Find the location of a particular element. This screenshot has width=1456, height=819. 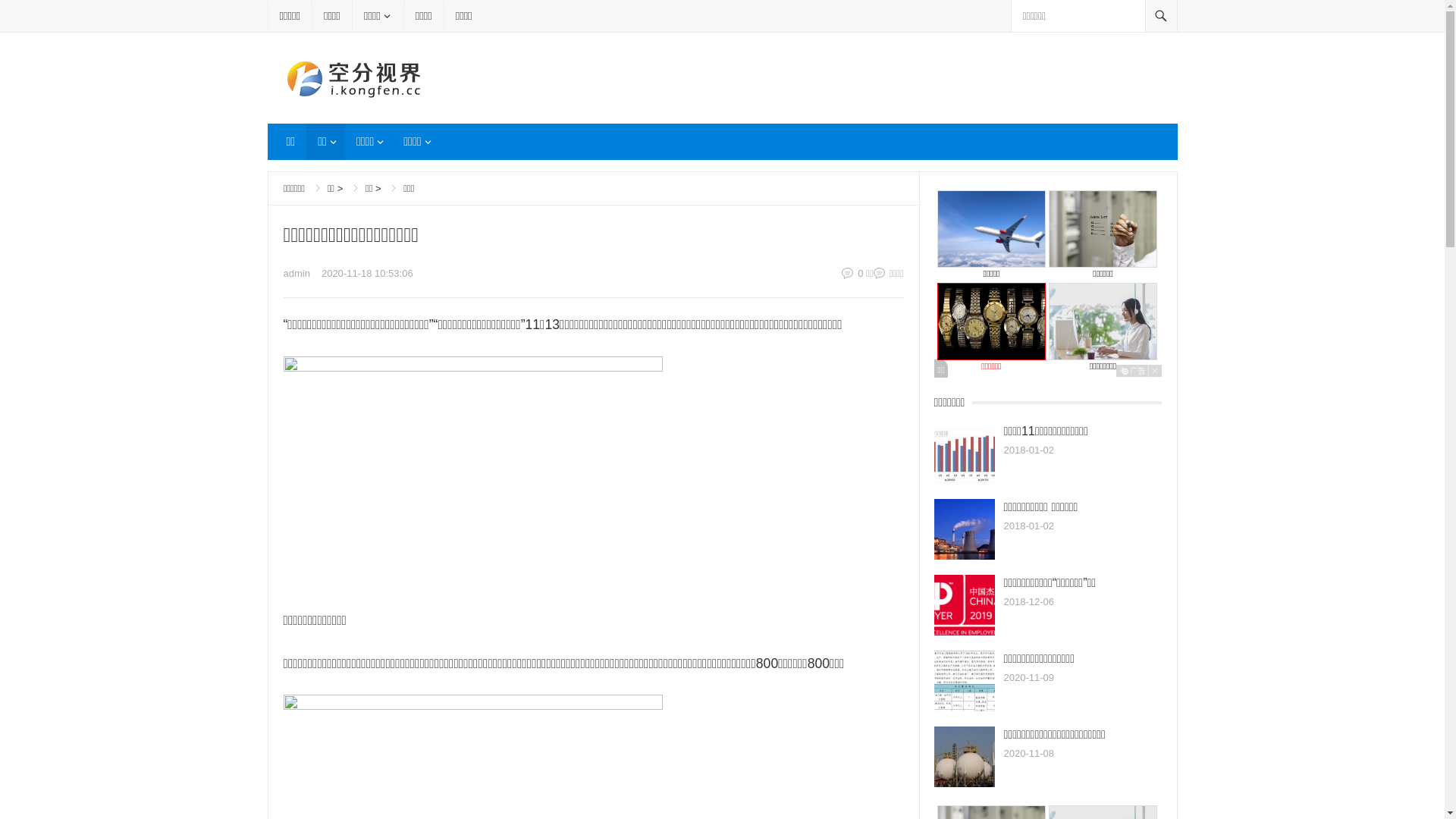

'admin' is located at coordinates (297, 273).